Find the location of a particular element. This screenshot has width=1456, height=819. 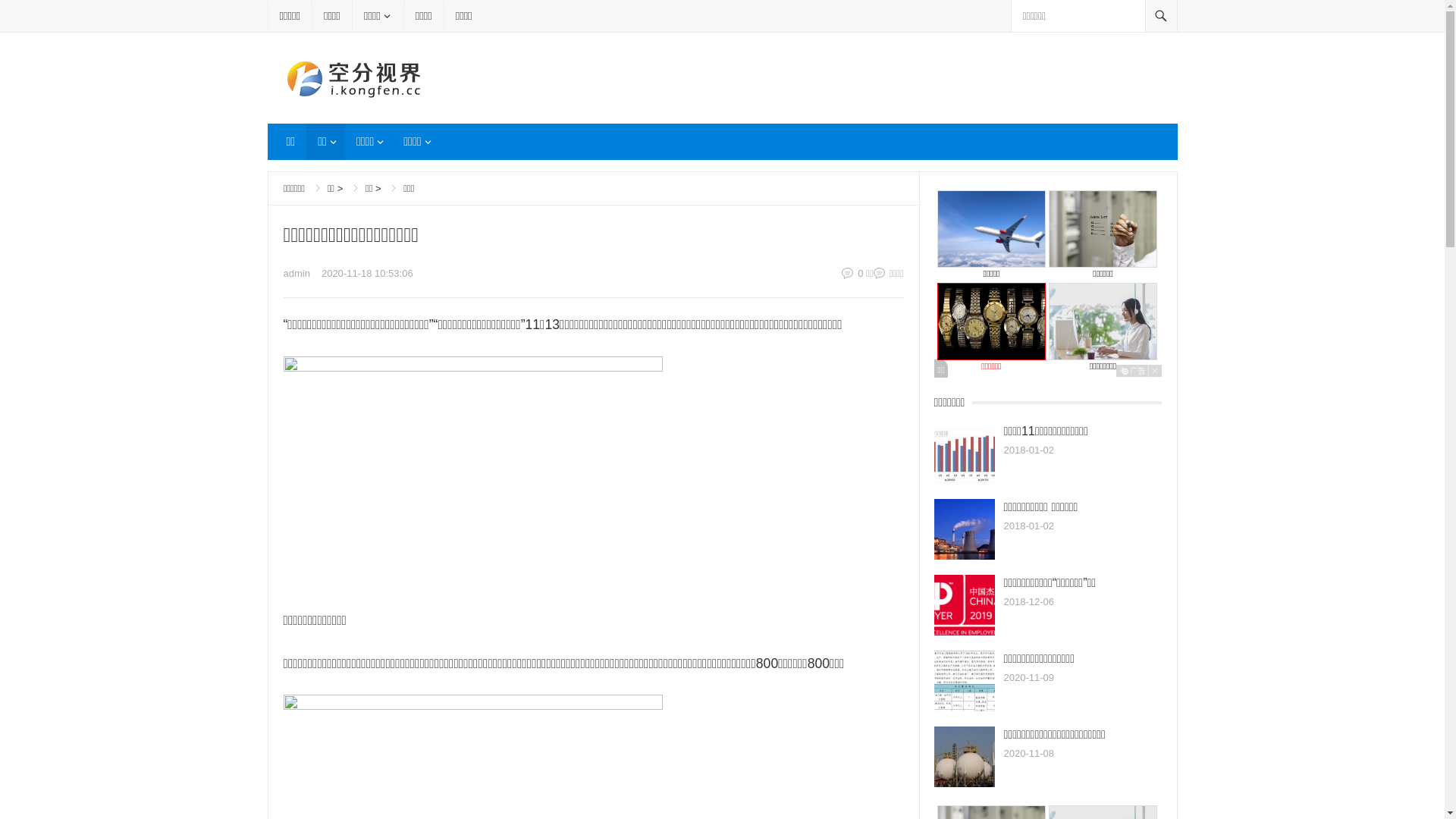

'admin' is located at coordinates (297, 273).